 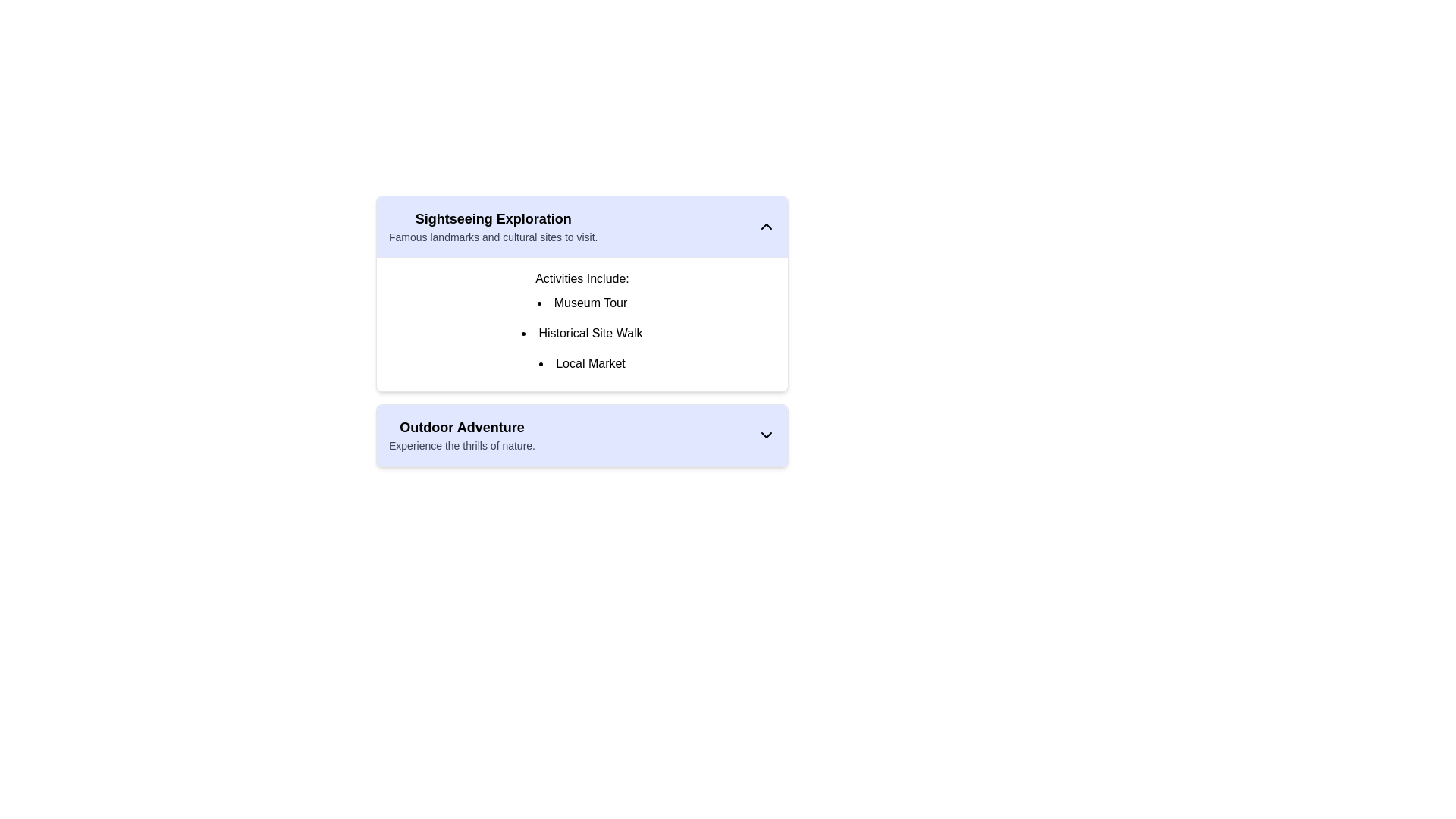 What do you see at coordinates (582, 324) in the screenshot?
I see `list displaying activities associated with the 'Sightseeing Exploration' category, located below the 'Sightseeing Exploration' section` at bounding box center [582, 324].